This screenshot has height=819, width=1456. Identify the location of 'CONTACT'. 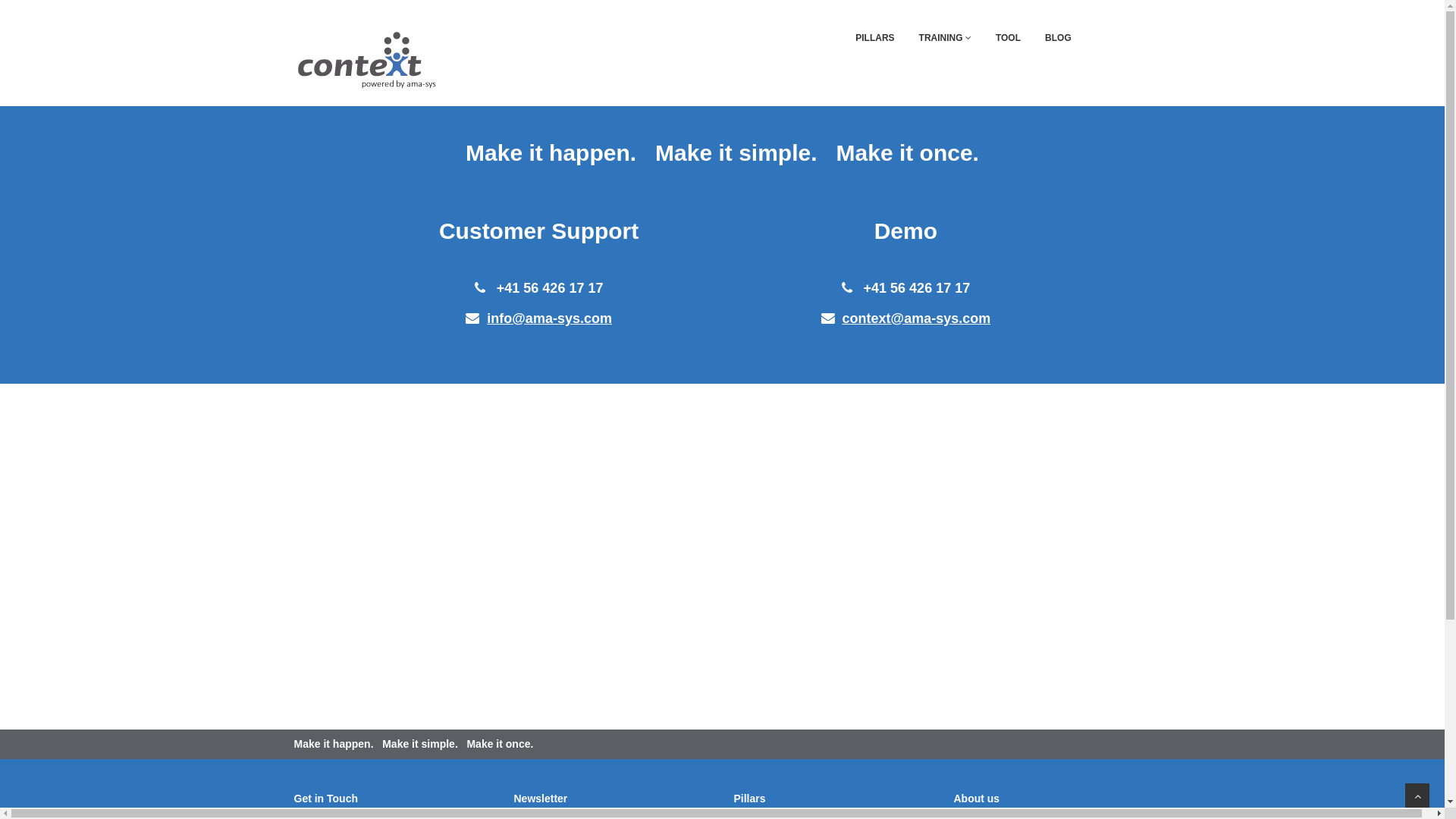
(1084, 37).